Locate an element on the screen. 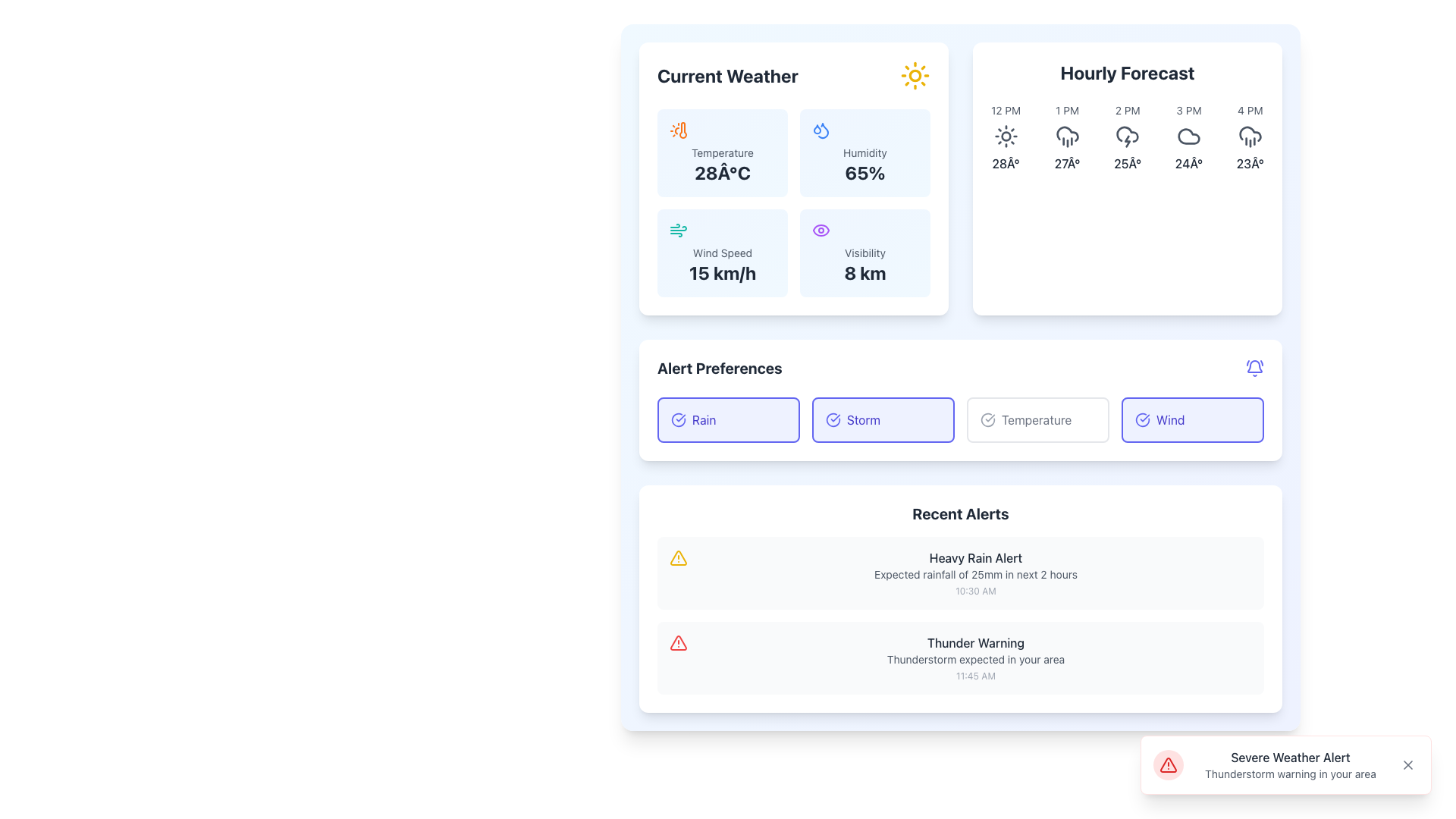 Image resolution: width=1456 pixels, height=819 pixels. the 'Storm' button with a soft blue background and purple border is located at coordinates (883, 420).